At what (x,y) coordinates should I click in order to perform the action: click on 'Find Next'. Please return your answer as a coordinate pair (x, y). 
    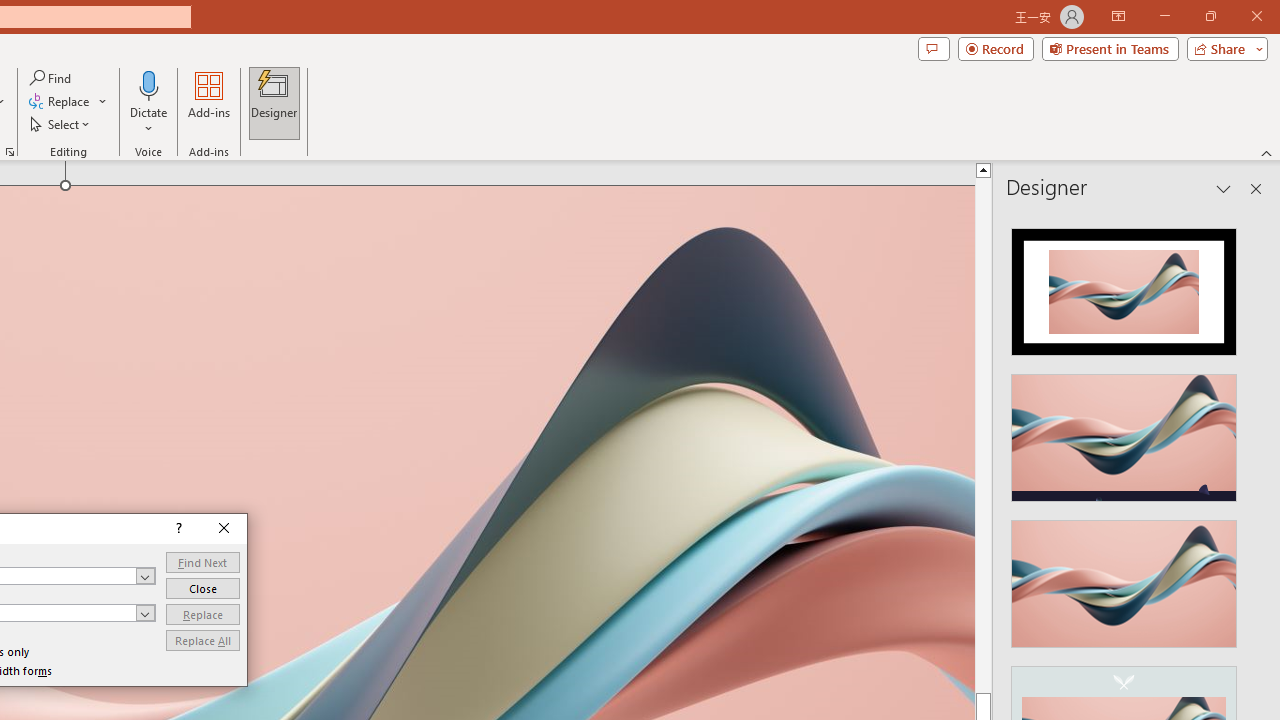
    Looking at the image, I should click on (202, 562).